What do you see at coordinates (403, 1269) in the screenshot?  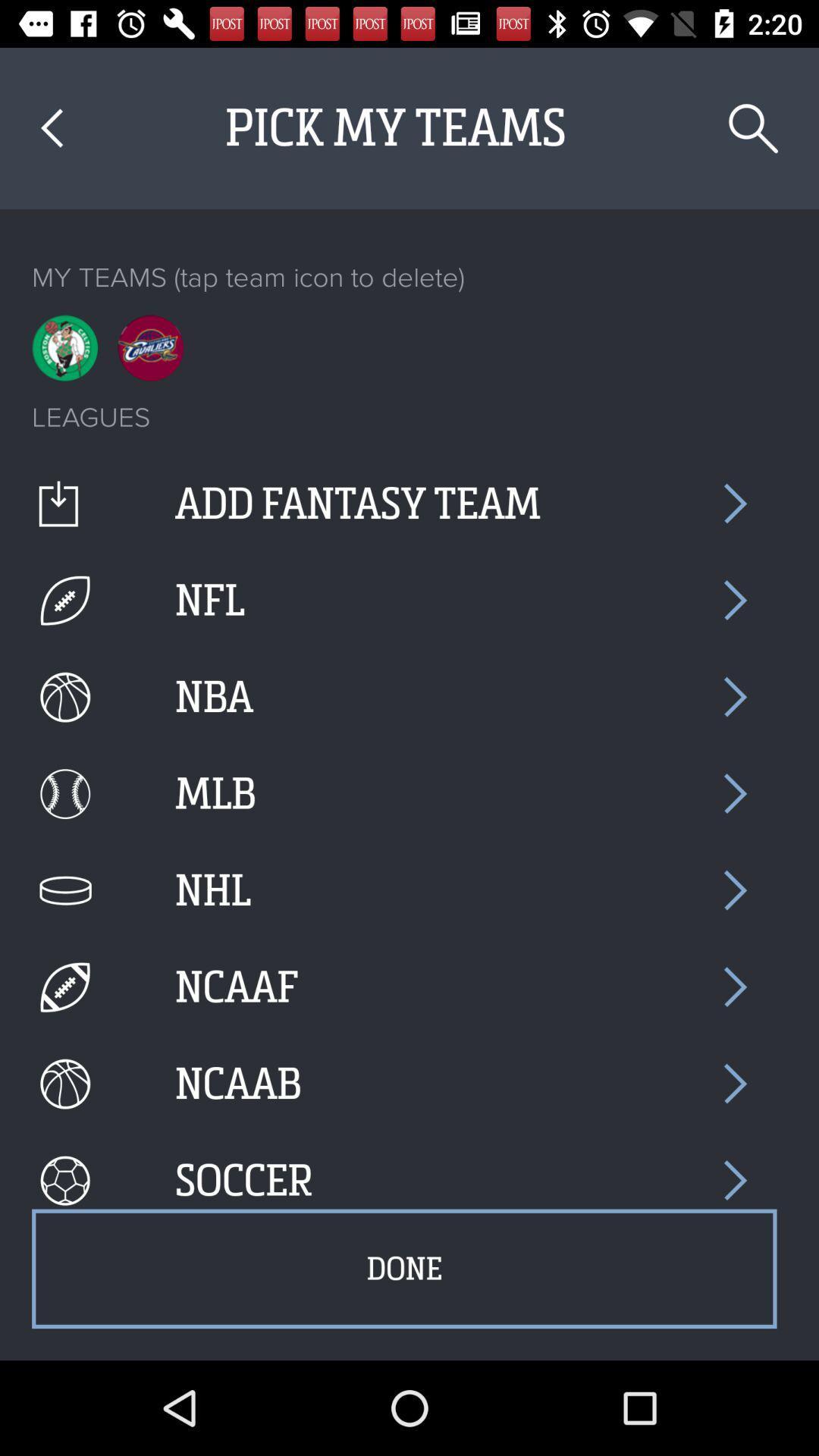 I see `the done item` at bounding box center [403, 1269].